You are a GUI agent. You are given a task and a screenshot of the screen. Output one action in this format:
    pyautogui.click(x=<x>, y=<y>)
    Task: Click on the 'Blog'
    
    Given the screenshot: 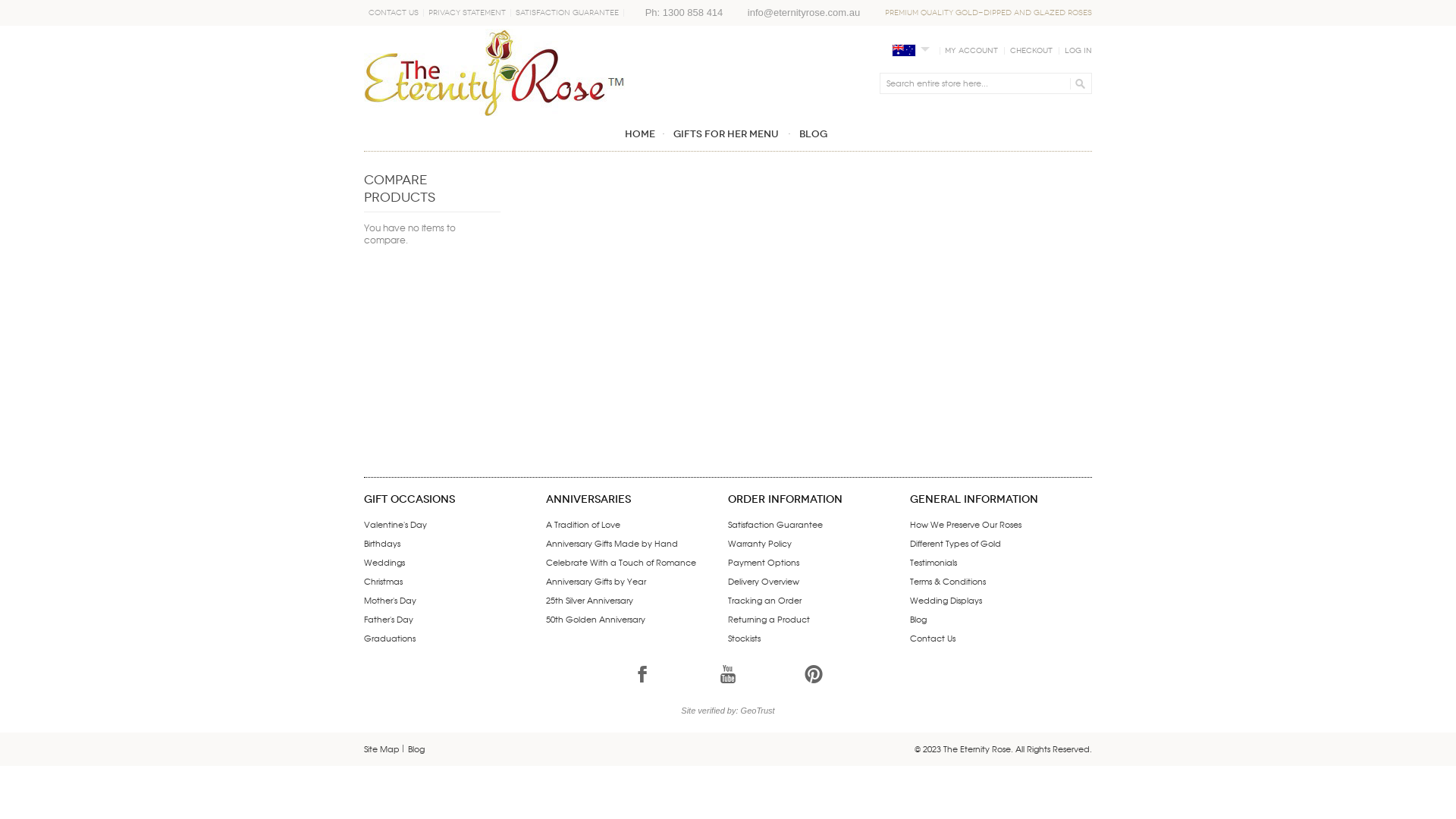 What is the action you would take?
    pyautogui.click(x=407, y=748)
    